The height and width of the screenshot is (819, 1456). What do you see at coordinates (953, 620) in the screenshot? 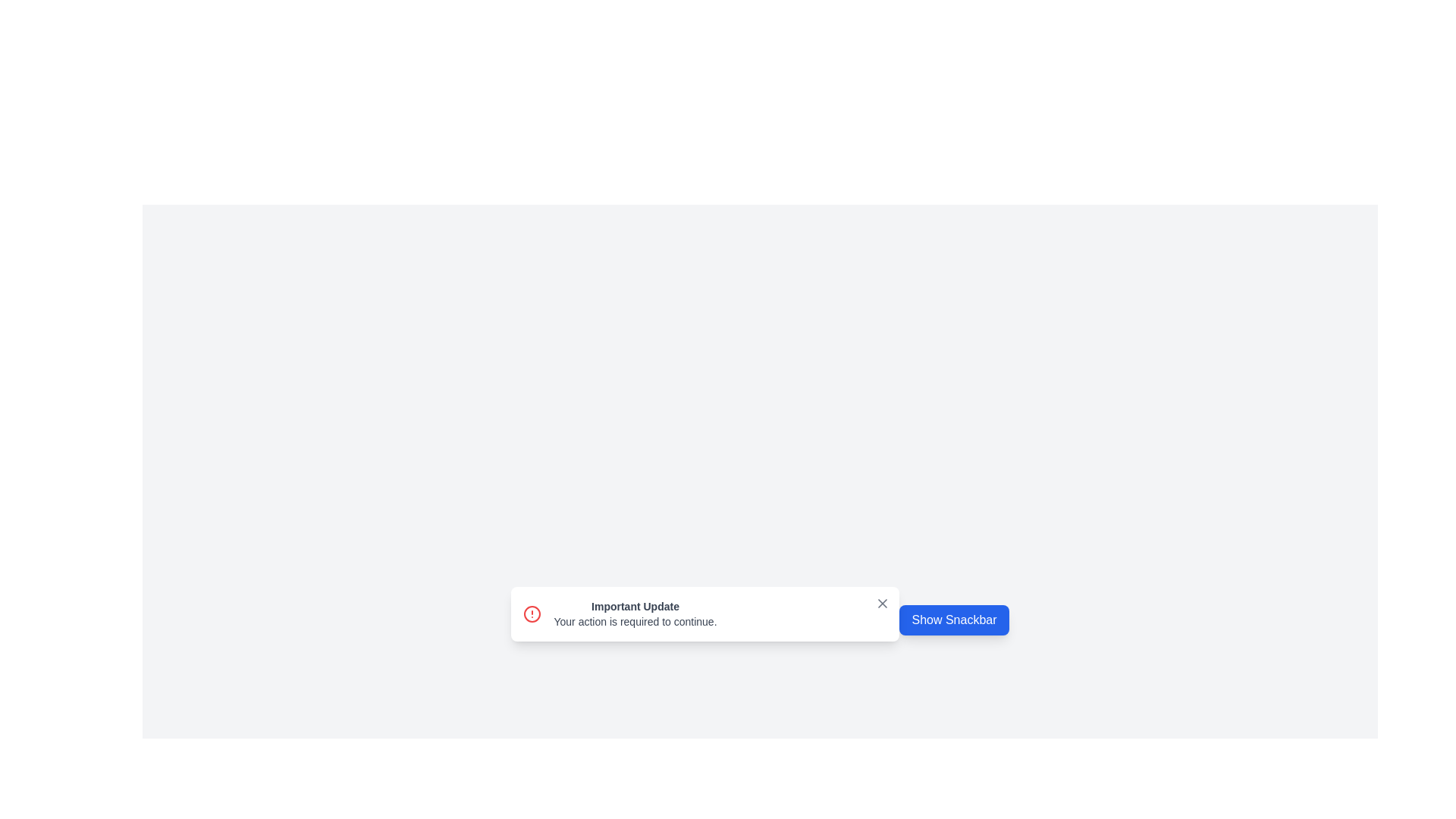
I see `the 'Show Snackbar' button to reactivate the snackbar` at bounding box center [953, 620].